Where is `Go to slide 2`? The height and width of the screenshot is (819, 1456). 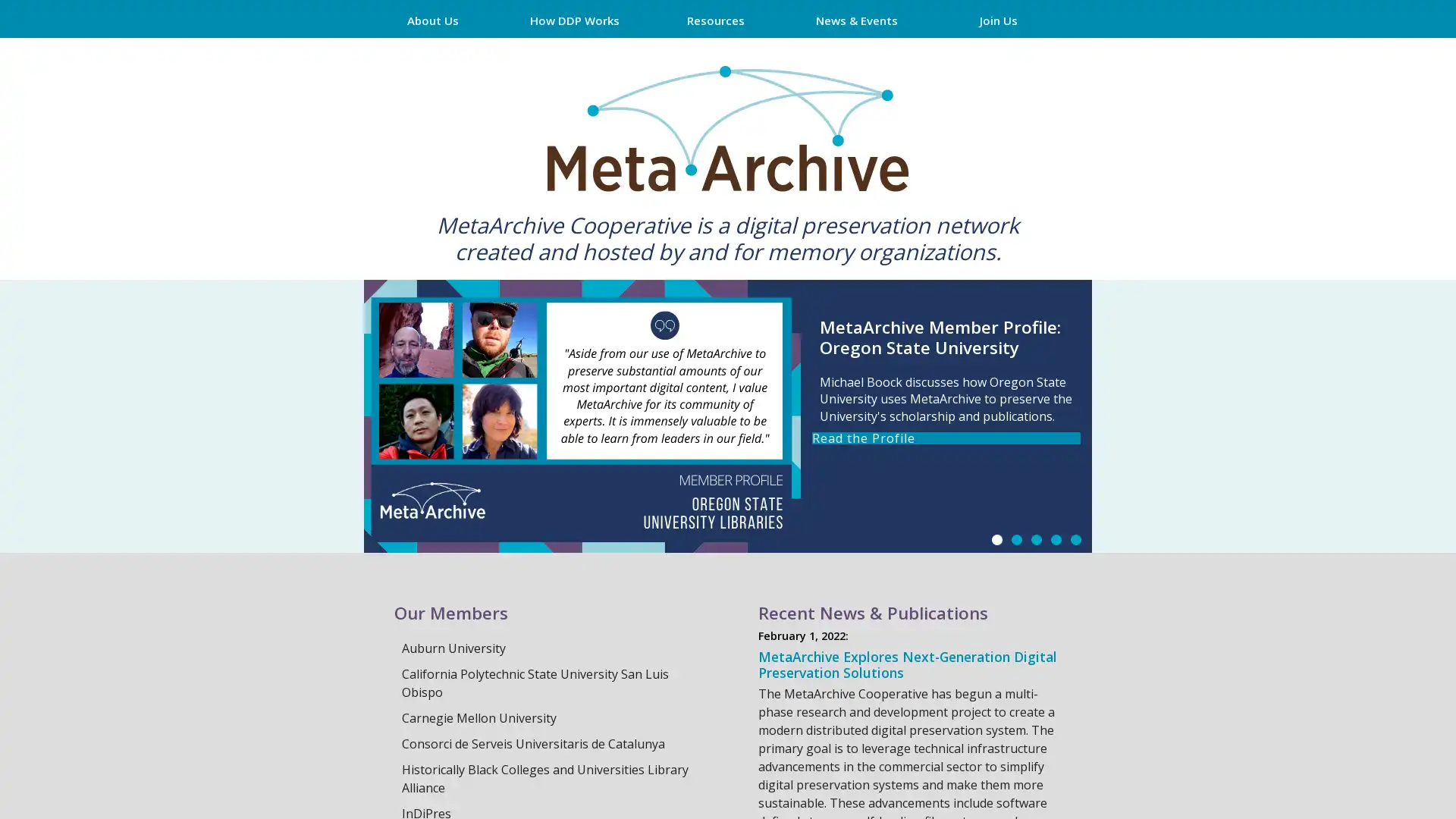 Go to slide 2 is located at coordinates (1016, 539).